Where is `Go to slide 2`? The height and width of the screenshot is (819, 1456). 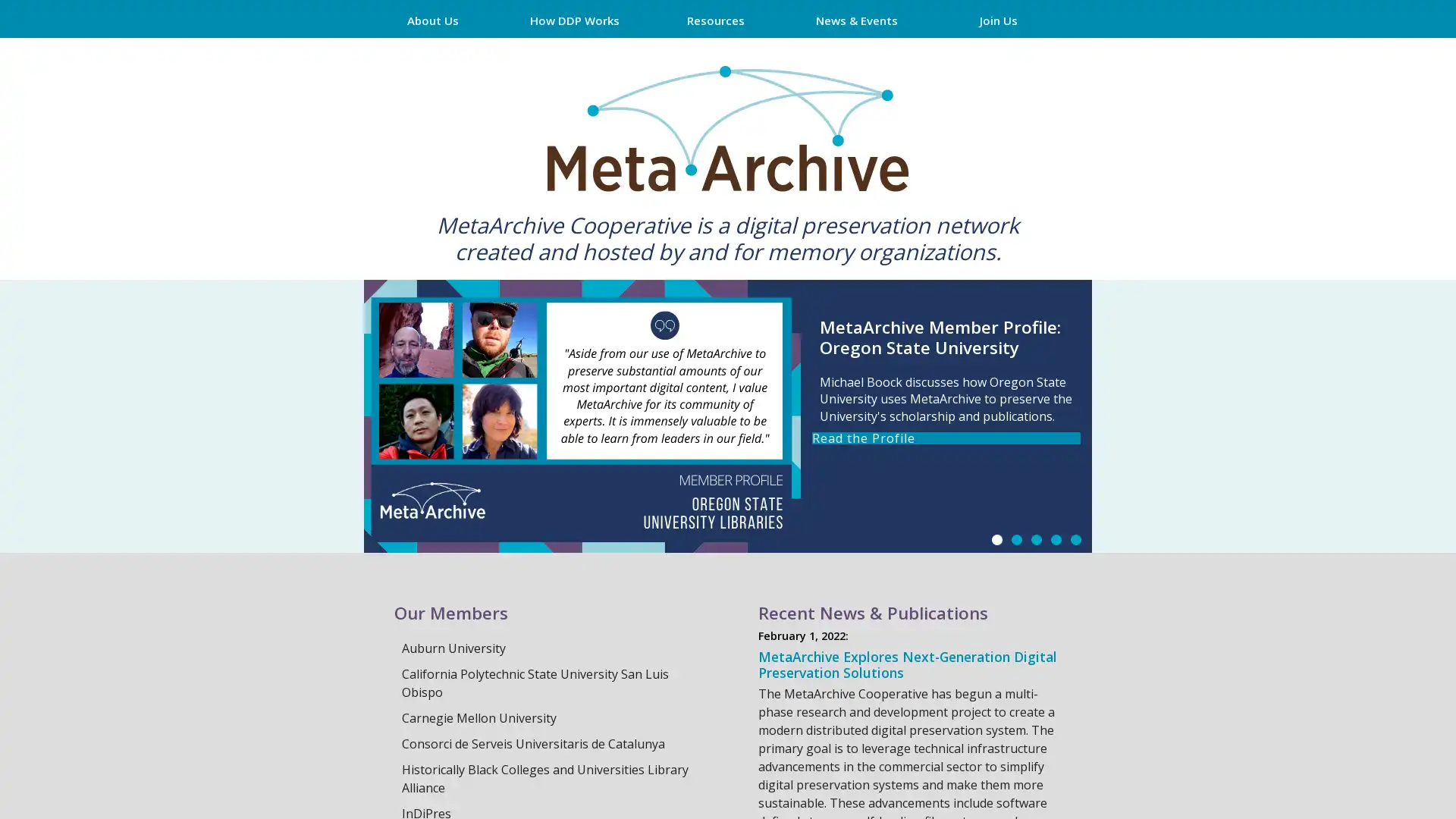 Go to slide 2 is located at coordinates (1016, 539).